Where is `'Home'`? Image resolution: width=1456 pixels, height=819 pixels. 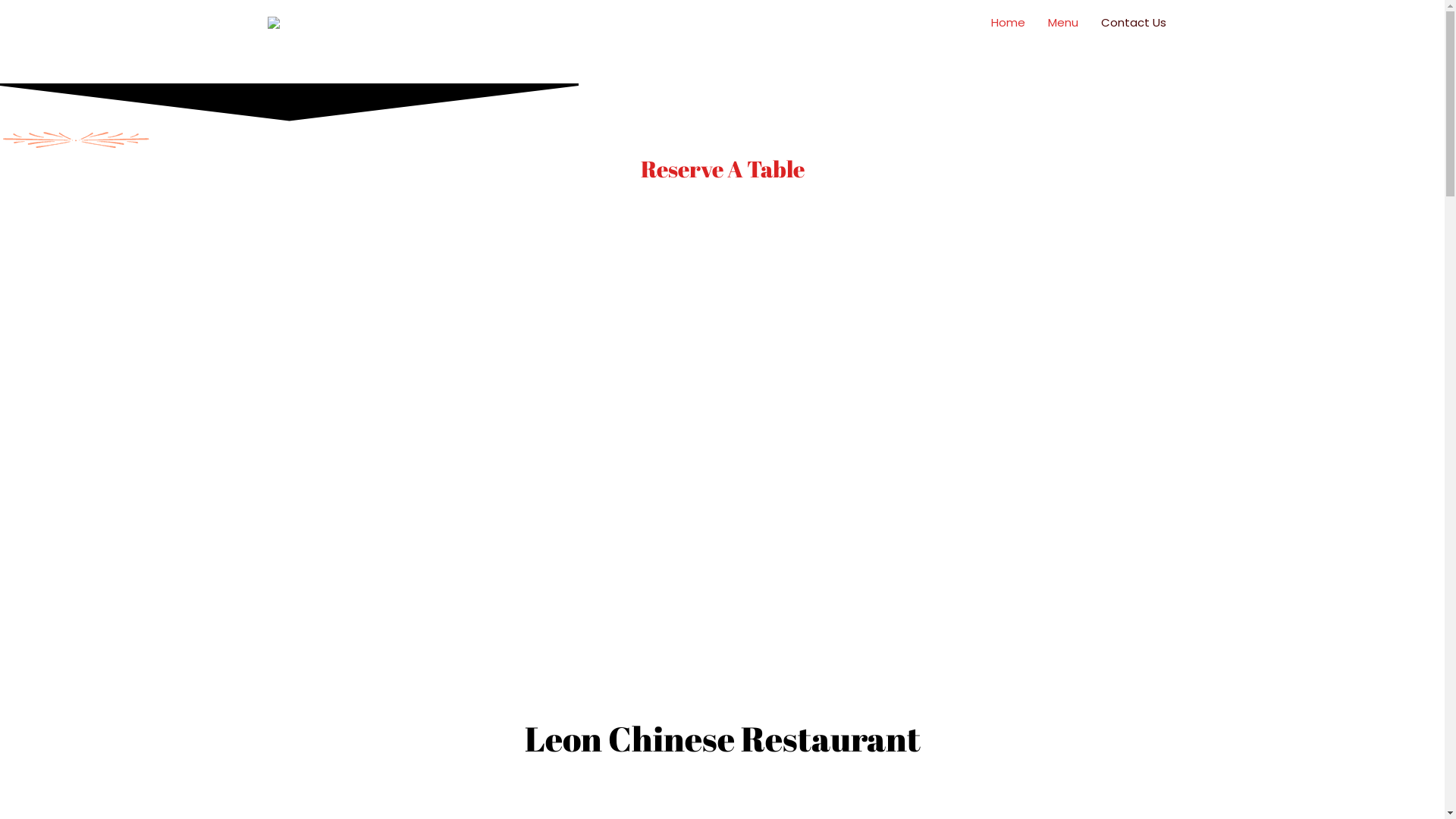 'Home' is located at coordinates (1008, 23).